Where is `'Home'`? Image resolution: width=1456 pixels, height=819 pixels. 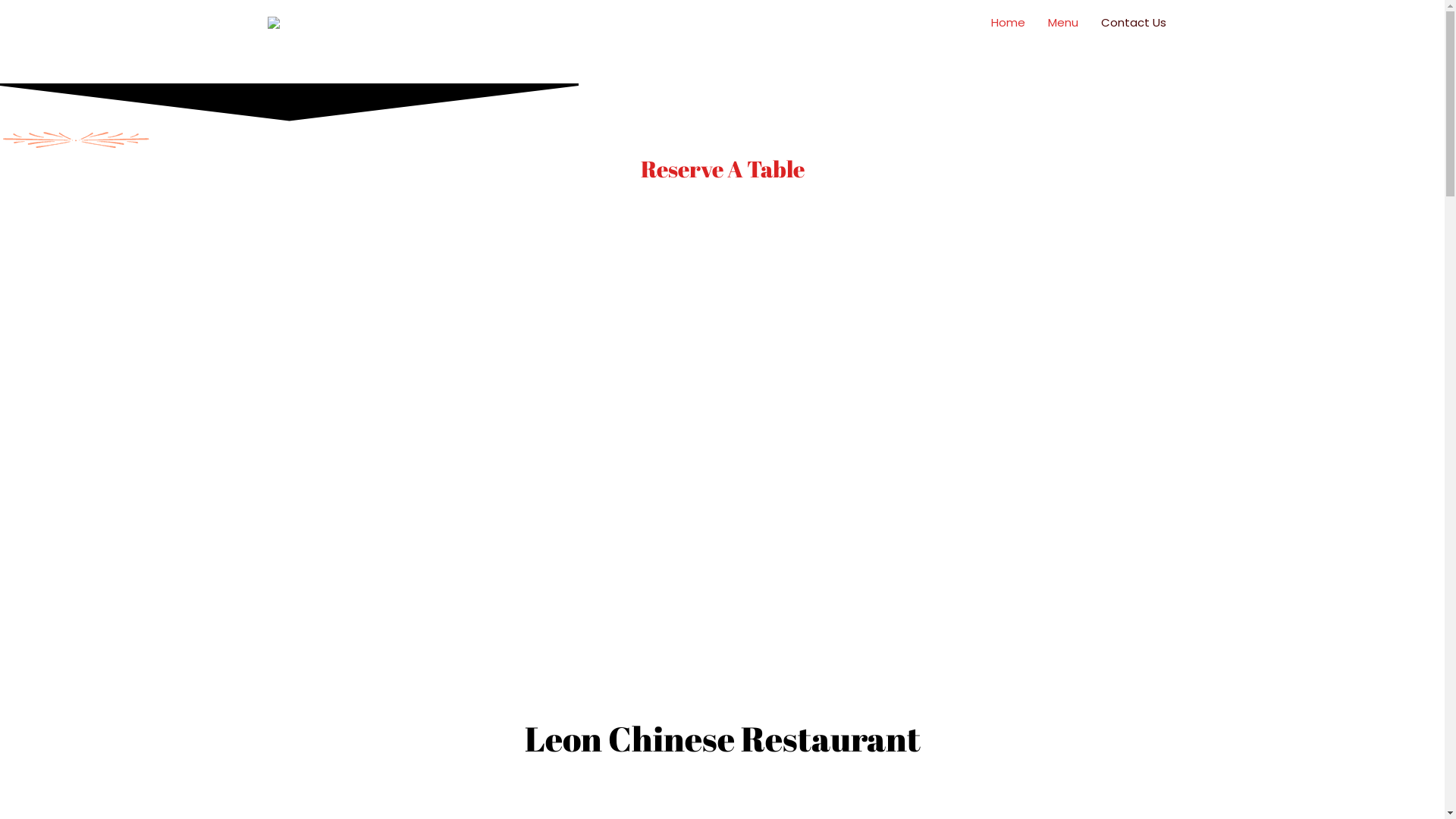 'Home' is located at coordinates (1008, 23).